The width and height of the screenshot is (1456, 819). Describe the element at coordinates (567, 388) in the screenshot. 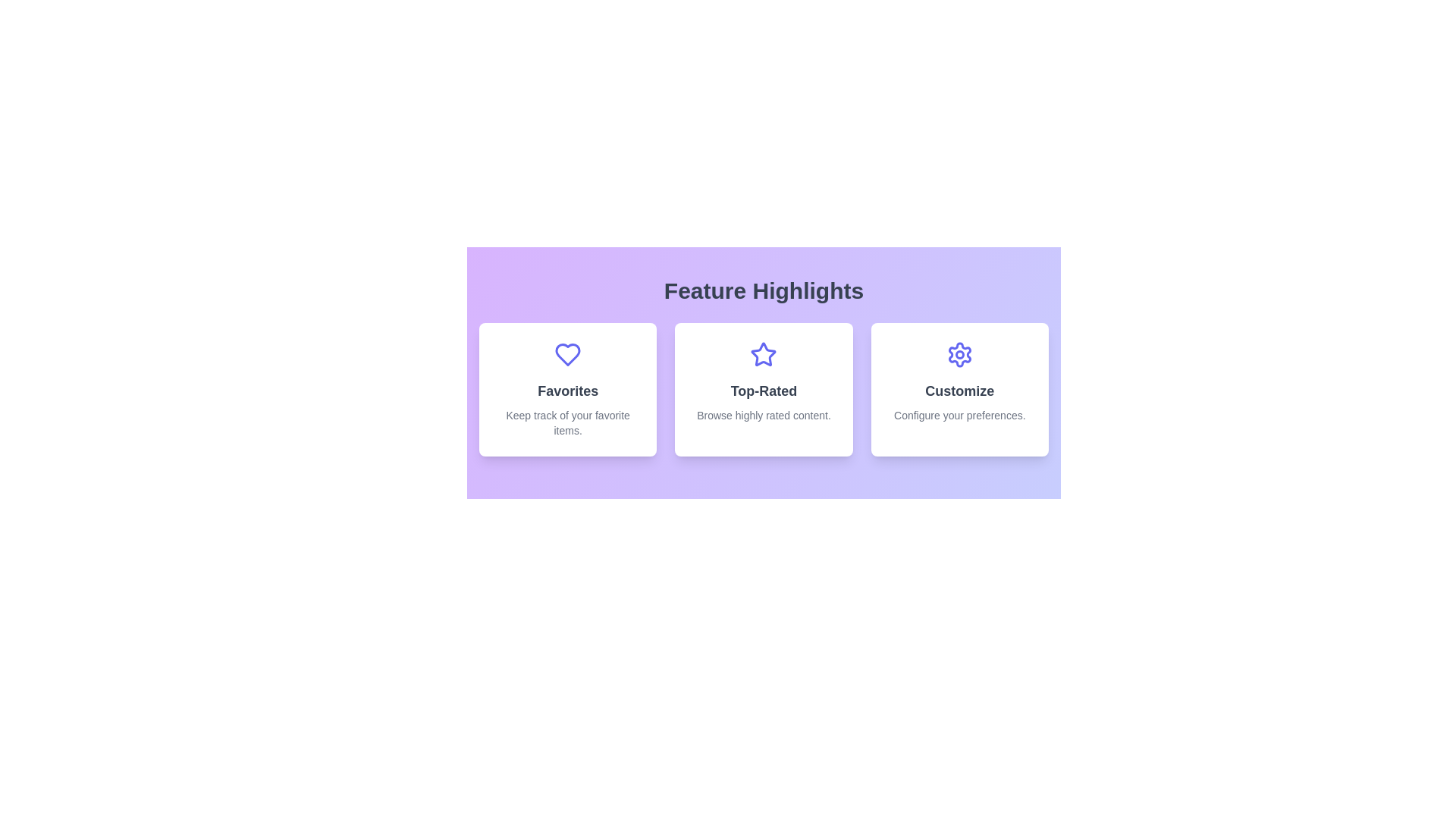

I see `the 'Favorites' informational card located at the top left of the grid layout` at that location.